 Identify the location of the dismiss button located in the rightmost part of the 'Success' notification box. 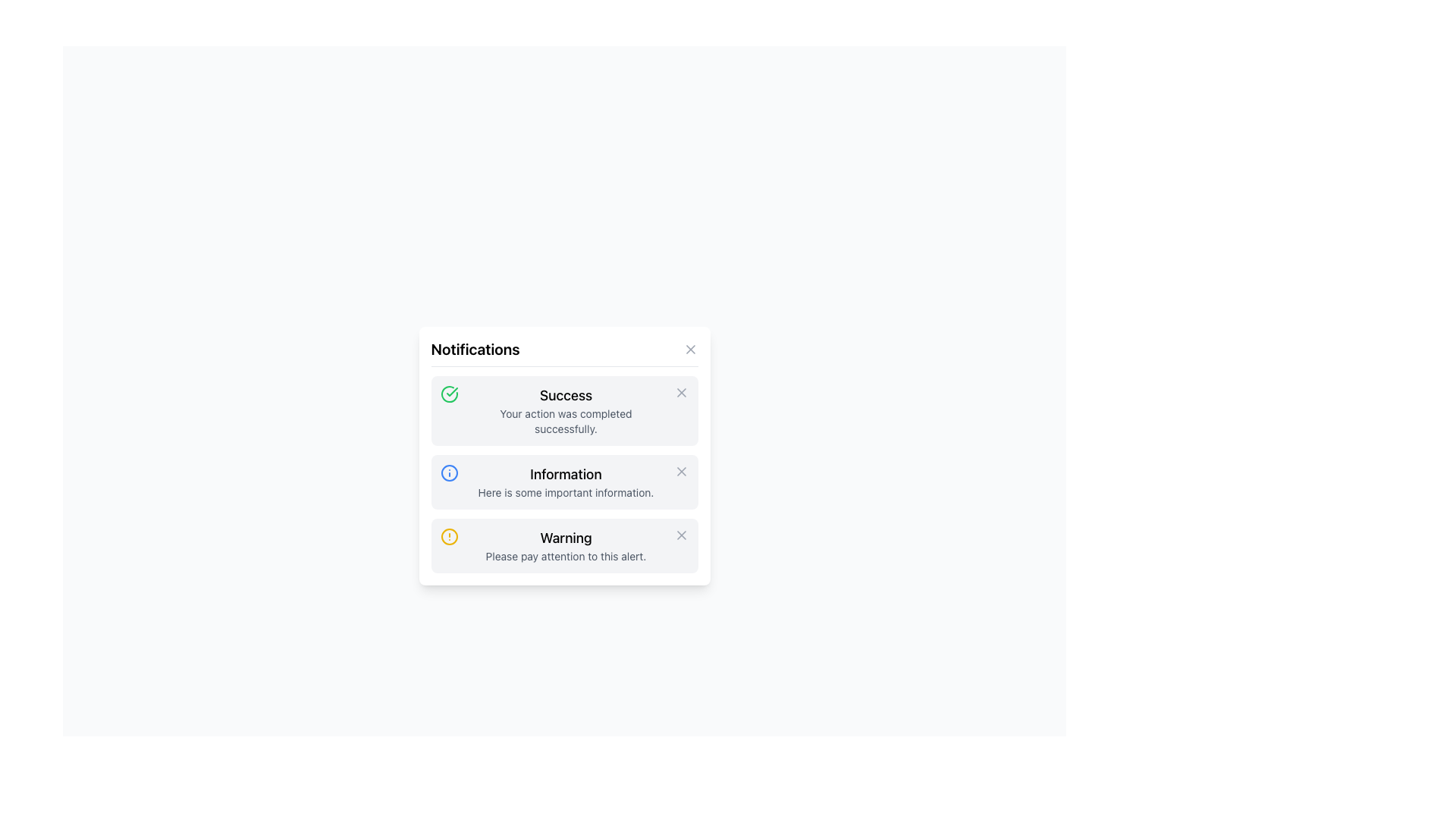
(680, 391).